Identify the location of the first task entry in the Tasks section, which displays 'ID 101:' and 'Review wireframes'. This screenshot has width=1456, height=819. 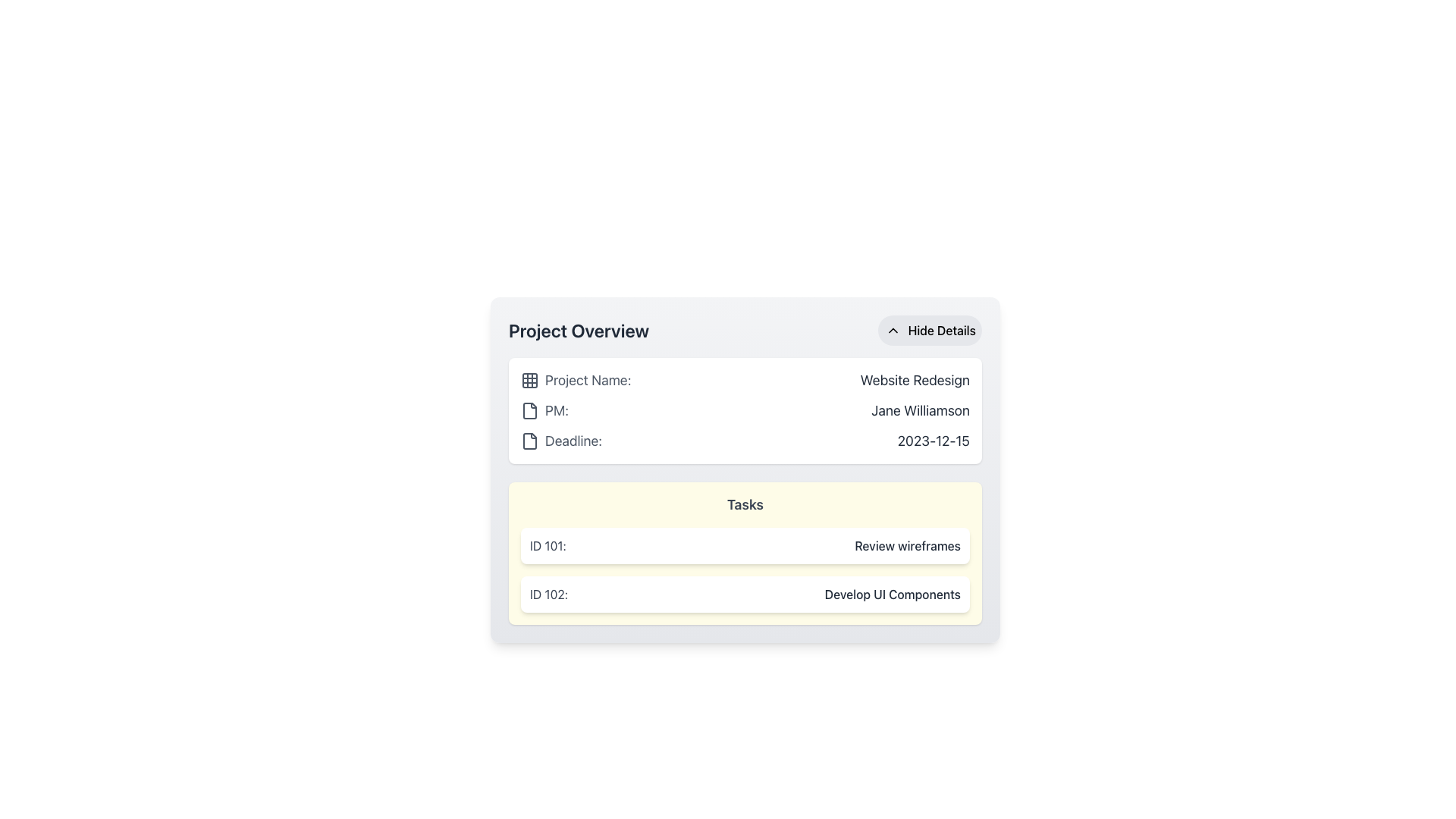
(745, 546).